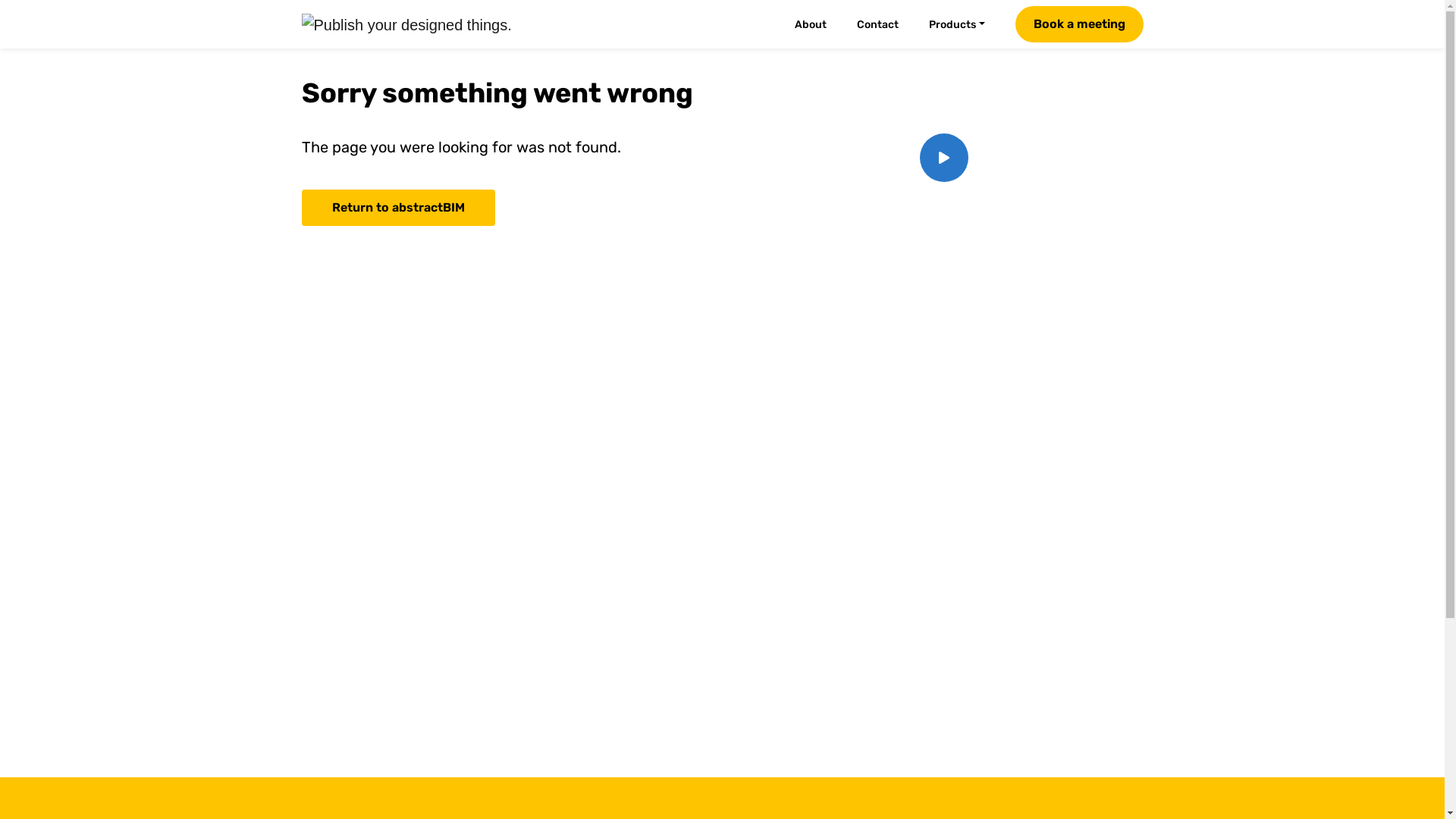 Image resolution: width=1456 pixels, height=819 pixels. I want to click on 'Products', so click(965, 24).